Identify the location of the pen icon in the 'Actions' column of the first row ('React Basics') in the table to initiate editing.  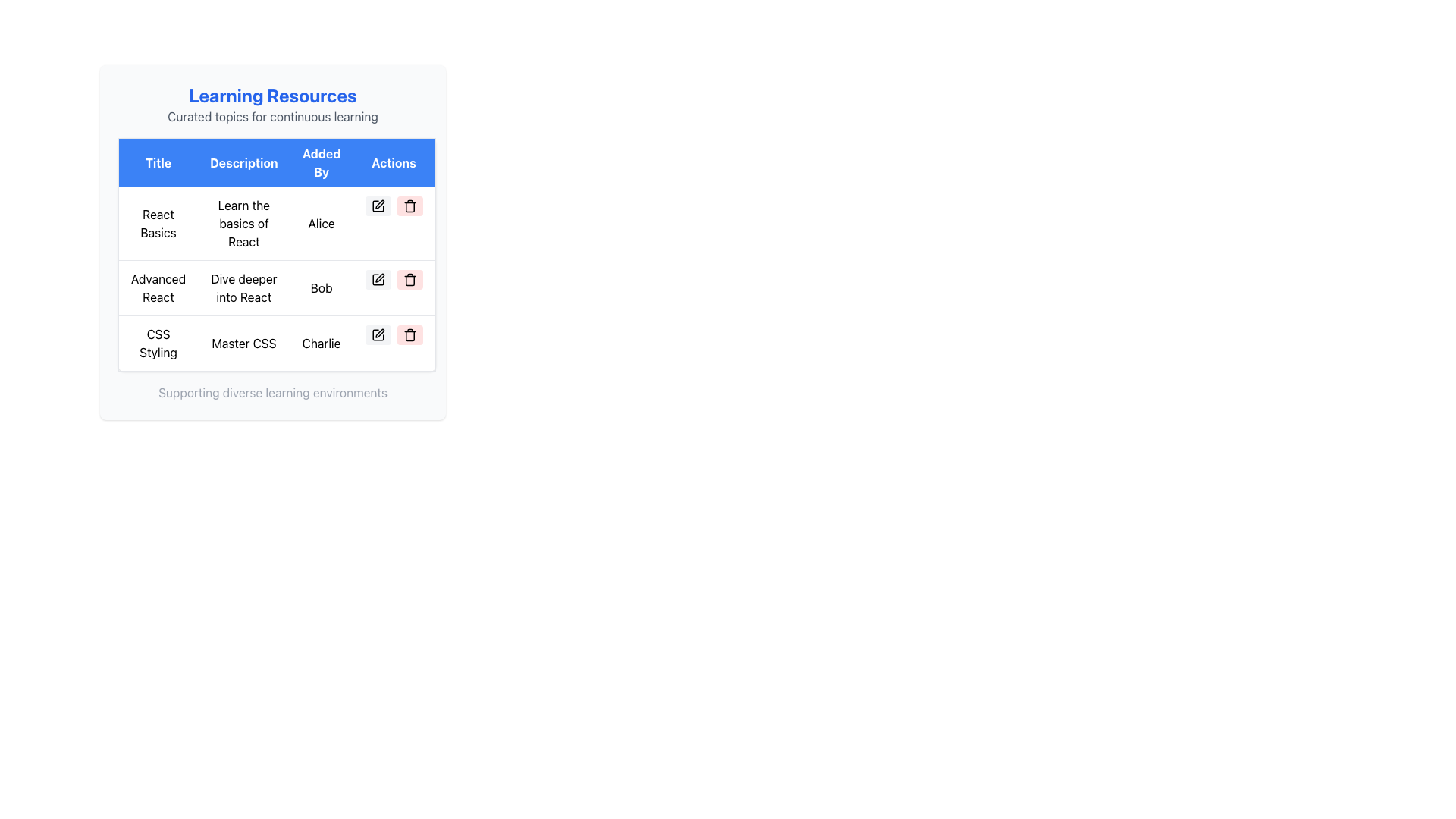
(379, 203).